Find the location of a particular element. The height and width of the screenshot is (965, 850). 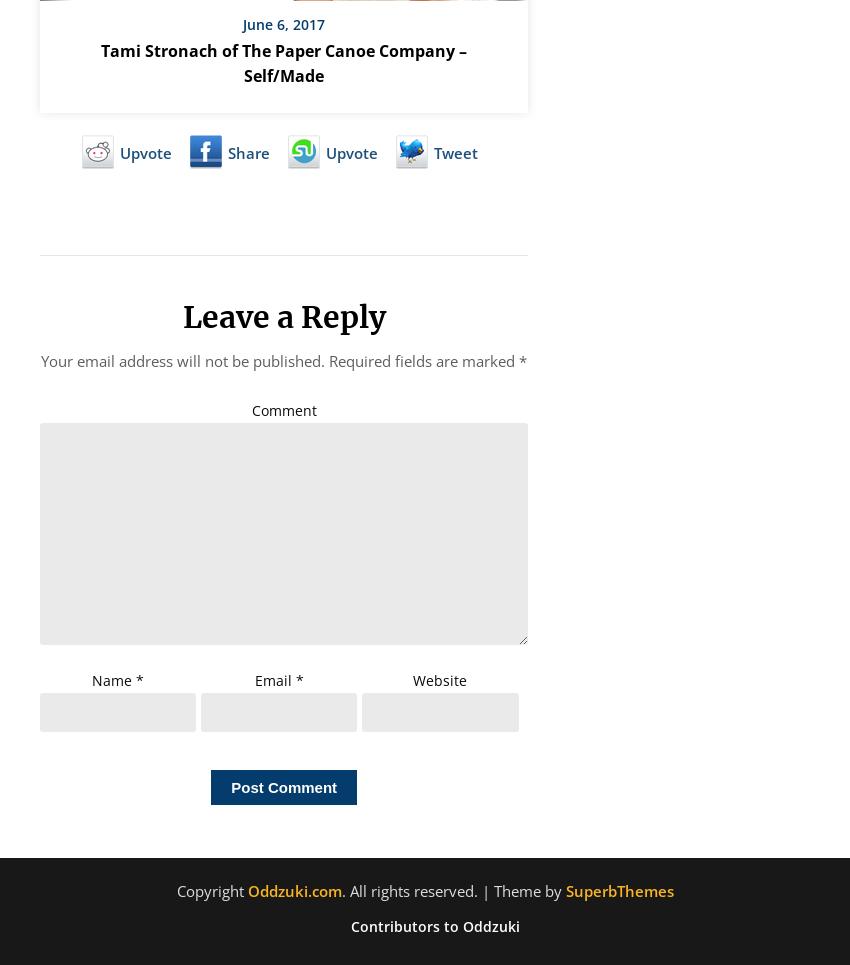

'Email' is located at coordinates (253, 678).